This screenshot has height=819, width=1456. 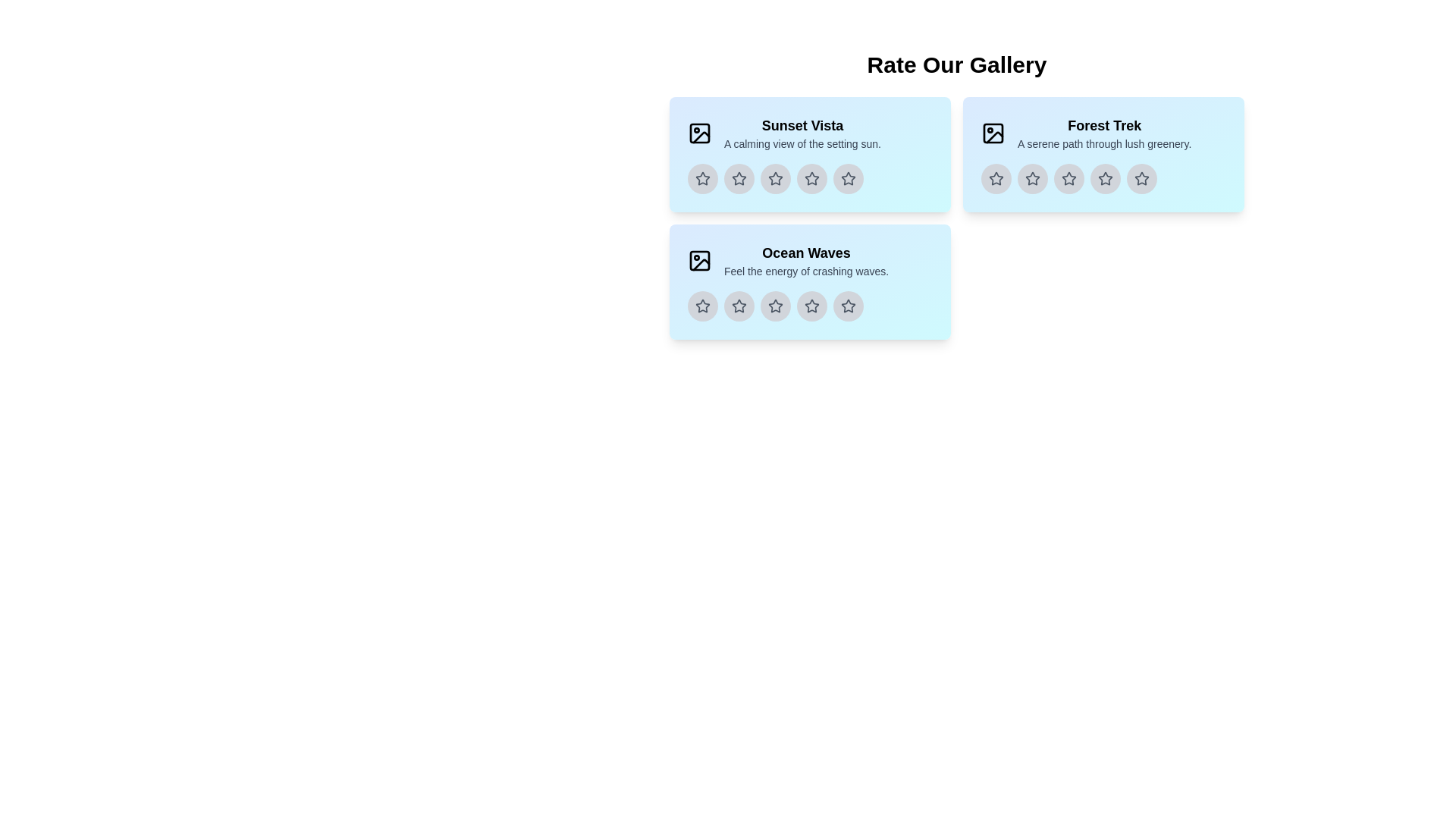 What do you see at coordinates (739, 306) in the screenshot?
I see `the one-star rating button for the 'Ocean Waves' card in the rating system` at bounding box center [739, 306].